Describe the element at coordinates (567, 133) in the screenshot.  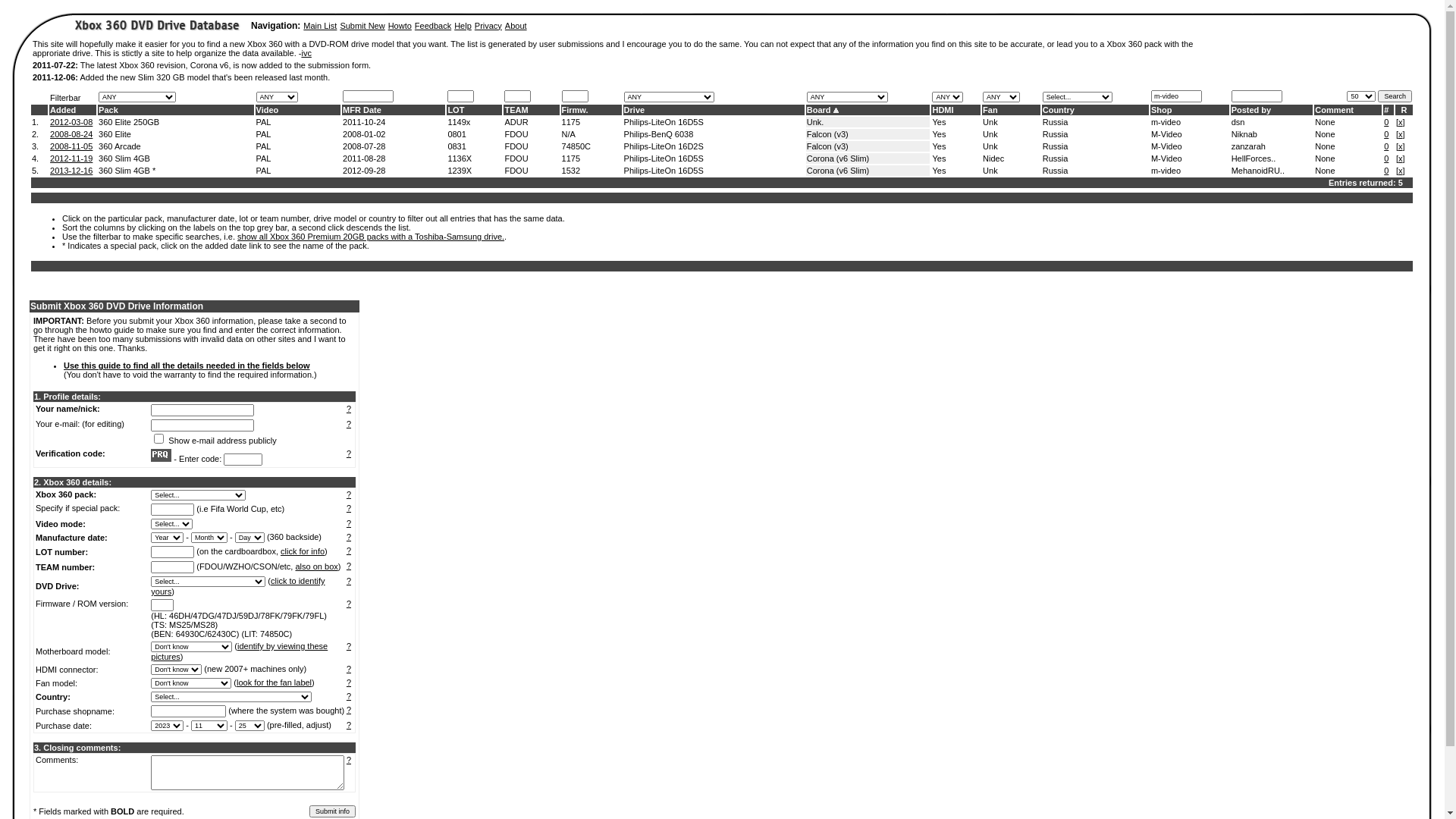
I see `'N/A'` at that location.